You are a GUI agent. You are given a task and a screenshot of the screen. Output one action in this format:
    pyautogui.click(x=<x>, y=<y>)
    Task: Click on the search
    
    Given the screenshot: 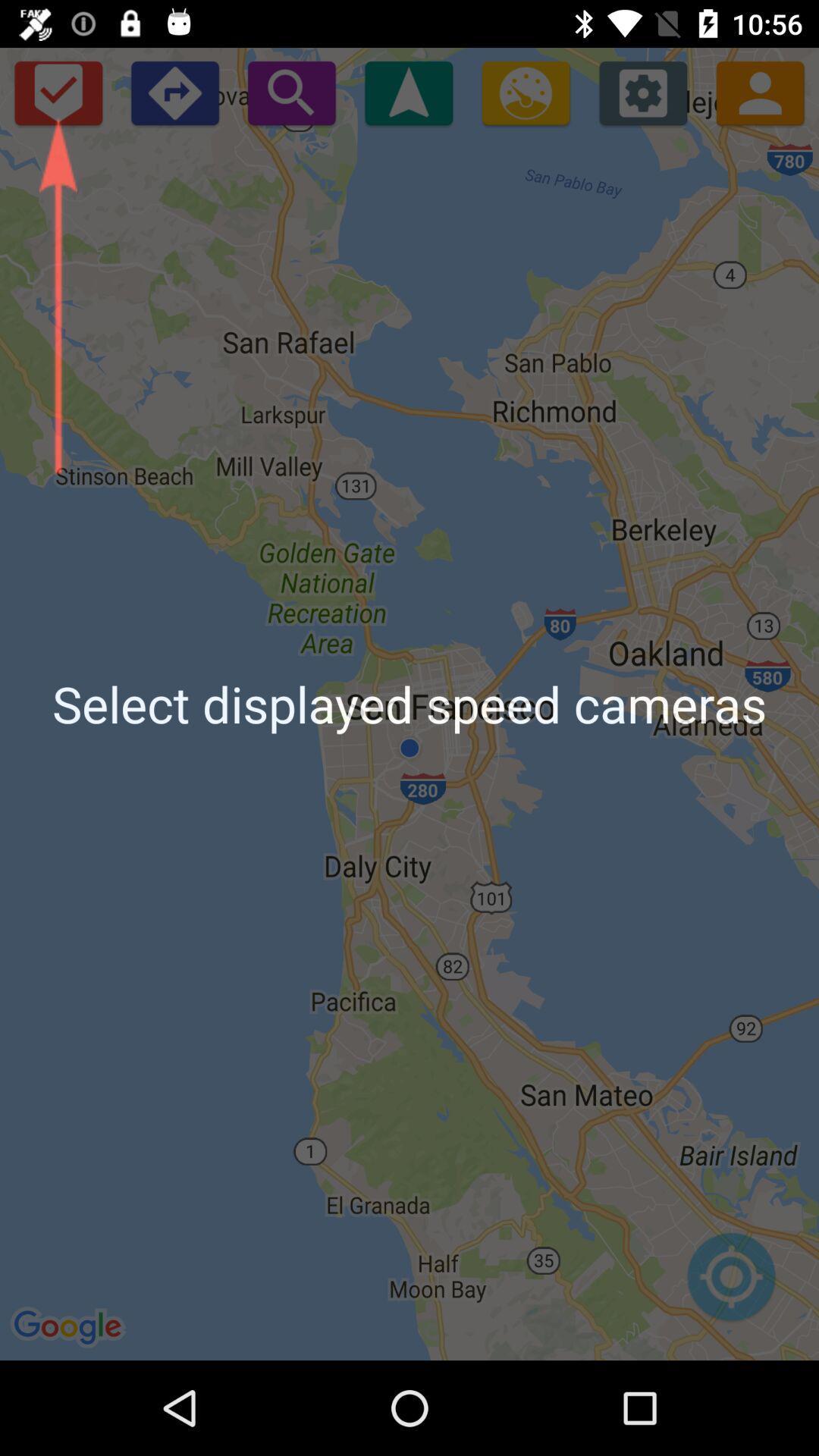 What is the action you would take?
    pyautogui.click(x=291, y=92)
    